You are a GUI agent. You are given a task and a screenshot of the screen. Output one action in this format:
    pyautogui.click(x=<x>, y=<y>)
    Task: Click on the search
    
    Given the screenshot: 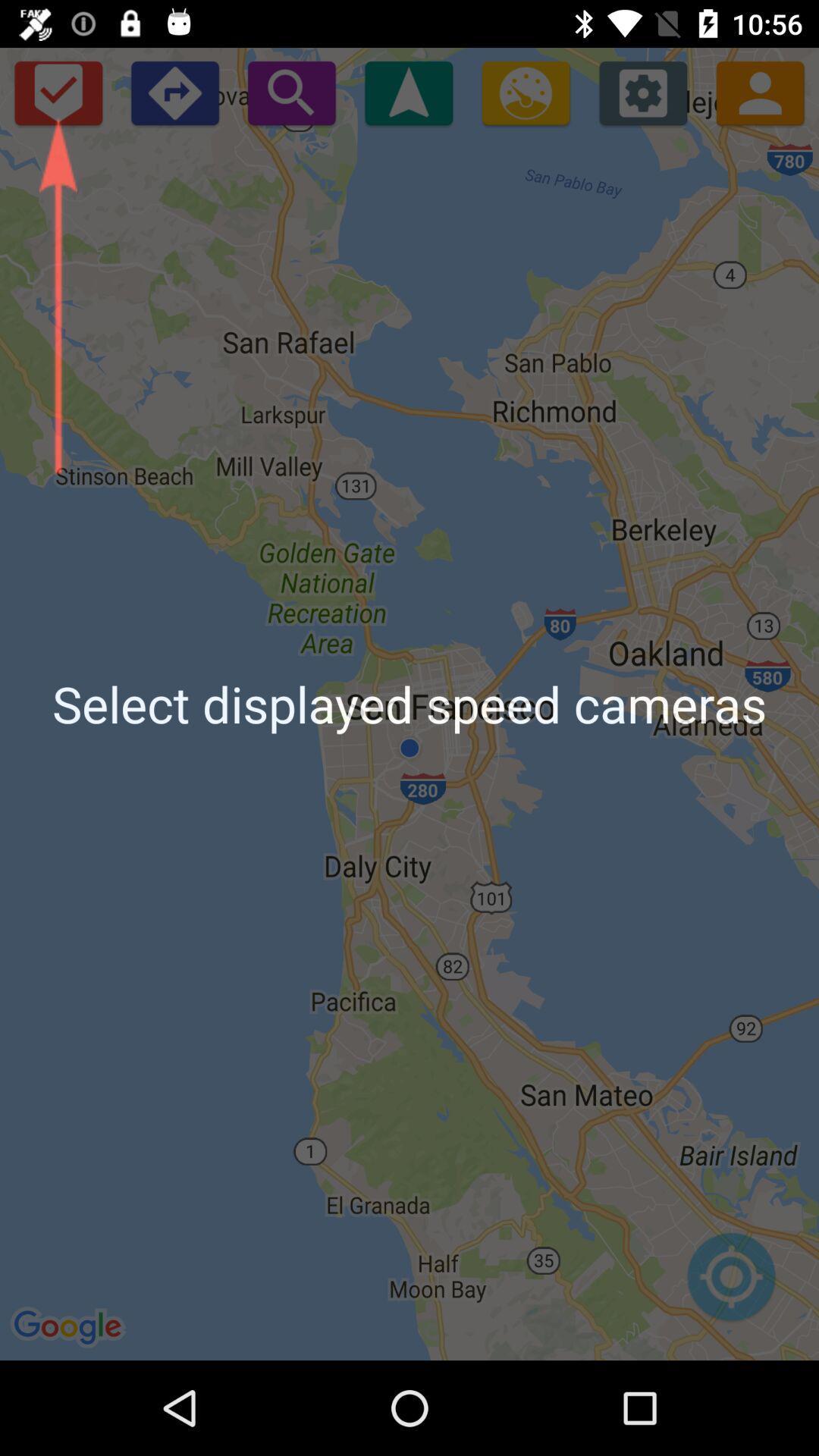 What is the action you would take?
    pyautogui.click(x=291, y=92)
    